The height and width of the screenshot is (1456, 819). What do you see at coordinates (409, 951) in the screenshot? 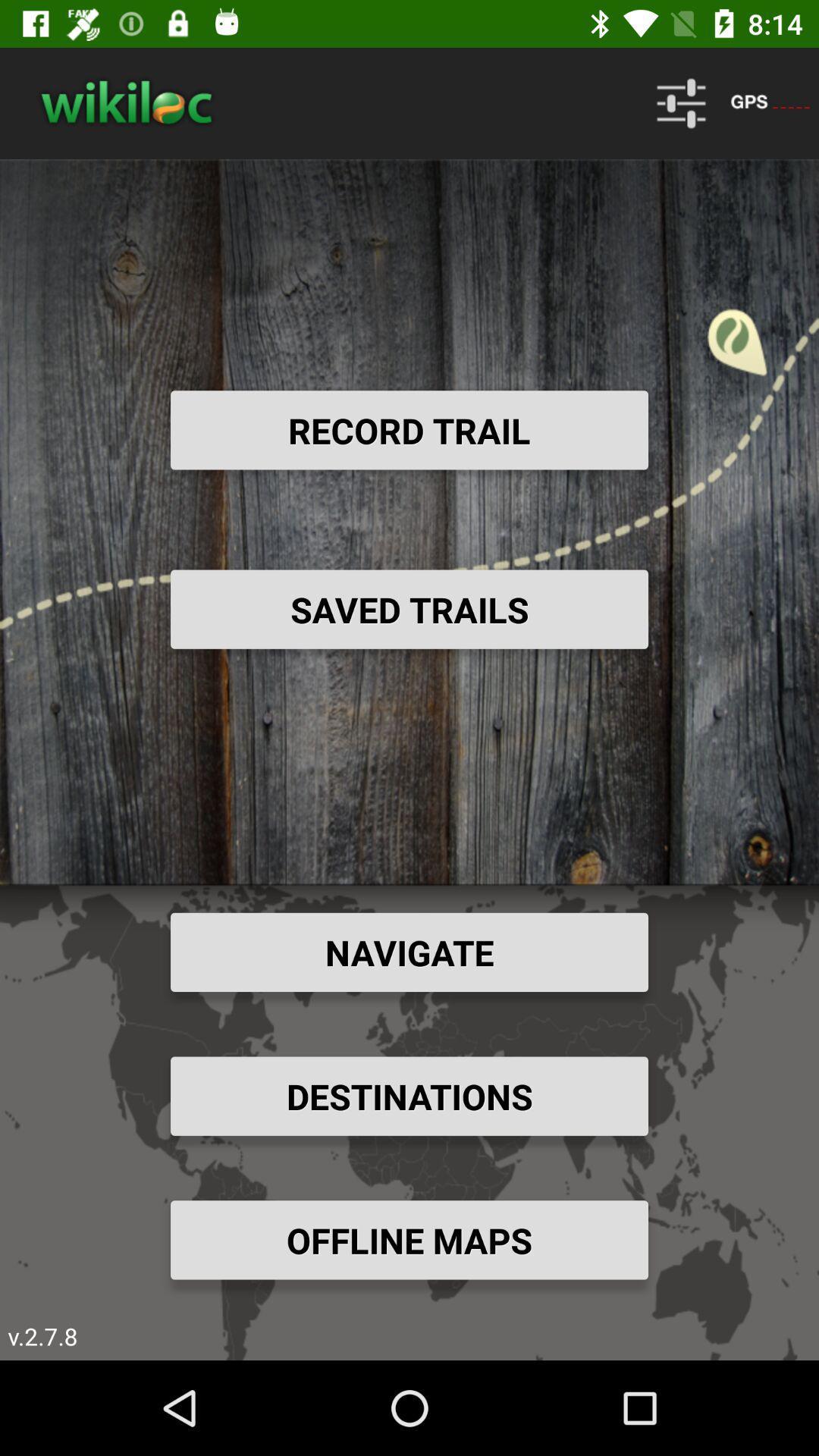
I see `icon above destinations` at bounding box center [409, 951].